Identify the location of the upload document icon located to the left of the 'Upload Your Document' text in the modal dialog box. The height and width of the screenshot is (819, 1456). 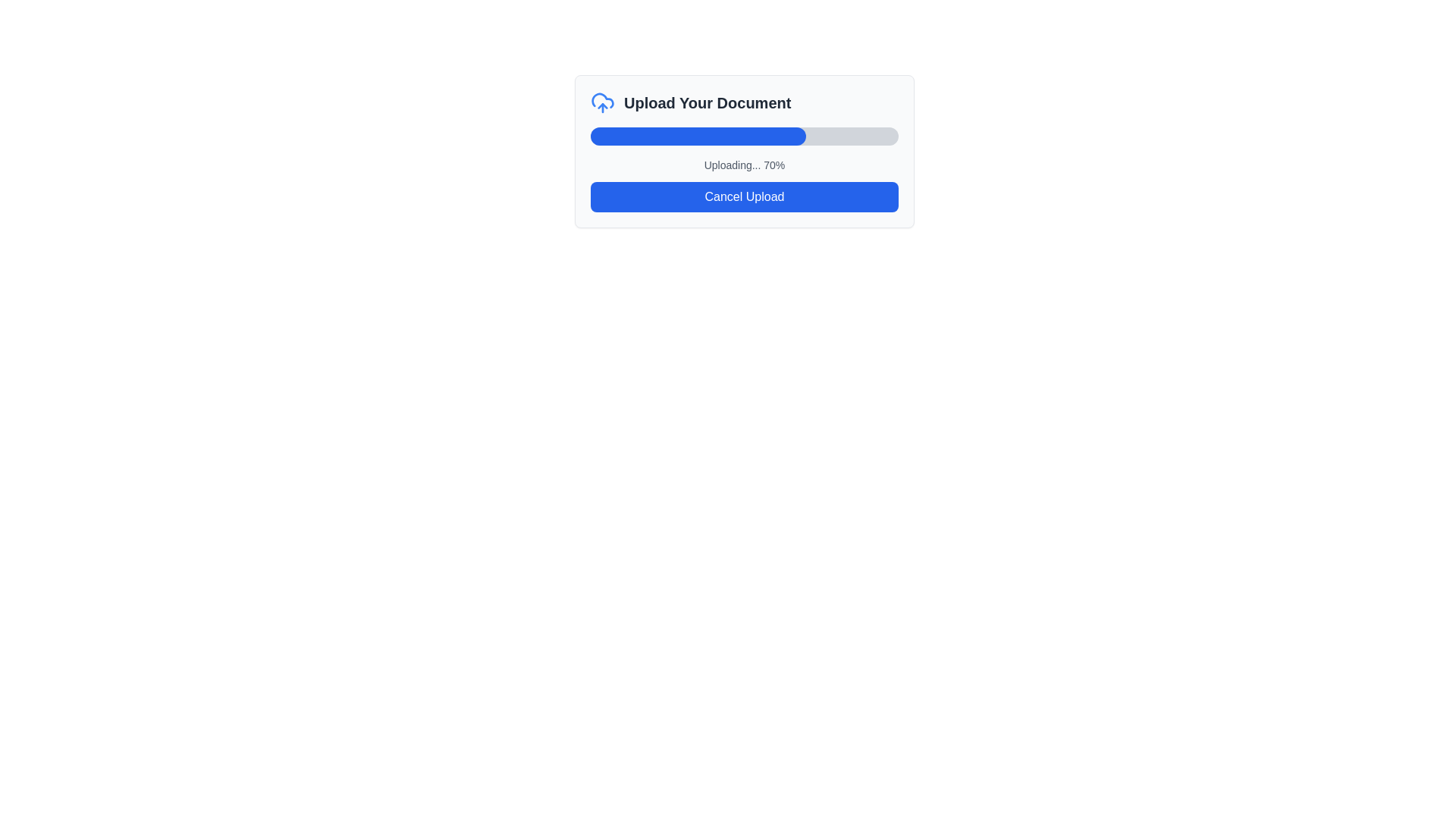
(602, 102).